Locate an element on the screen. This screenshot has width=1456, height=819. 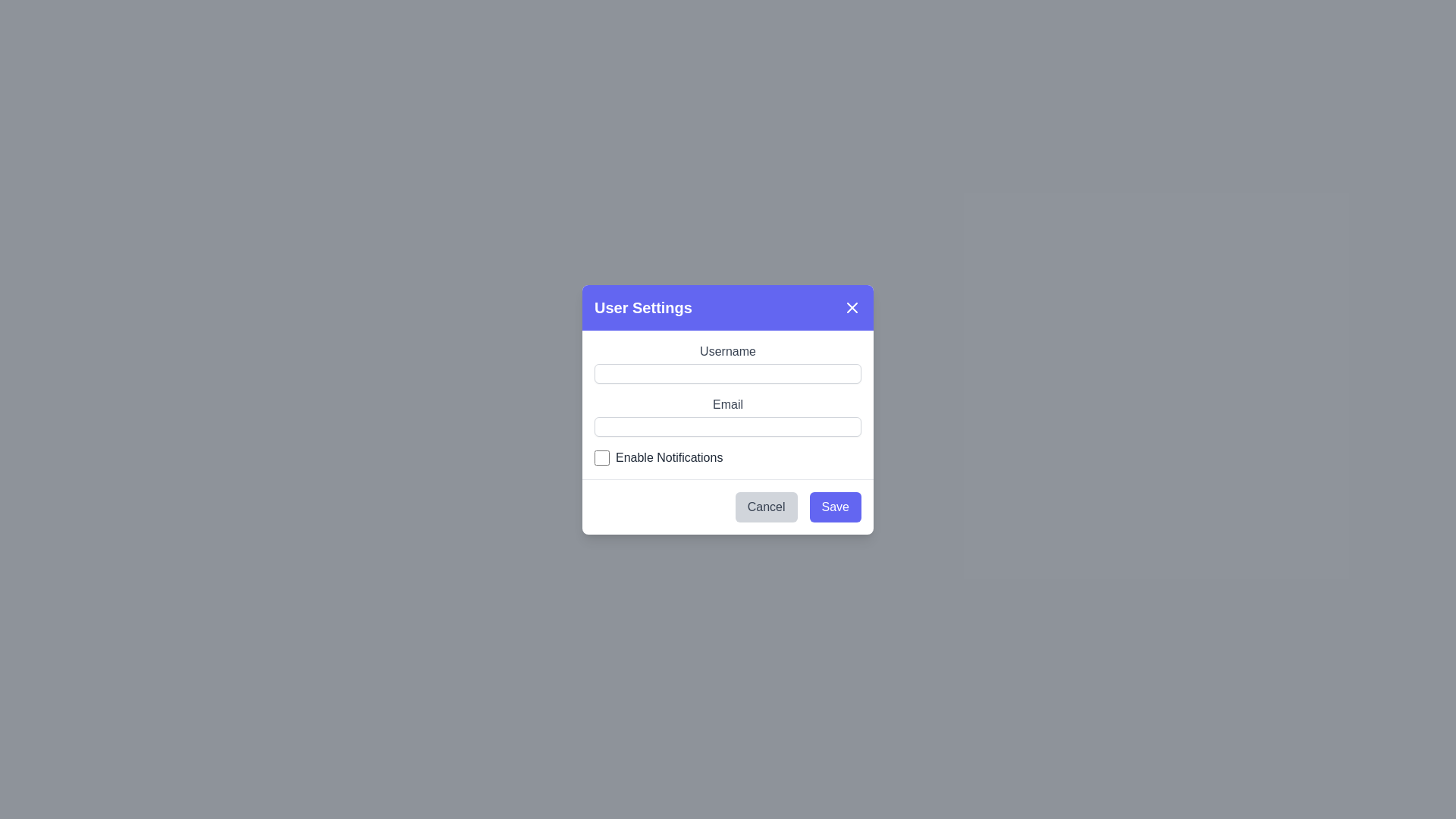
the text input field for email address located in the 'User Settings' dialog, which is the second input field below the 'Username' input and above the 'Enable Notifications' checkbox is located at coordinates (728, 415).